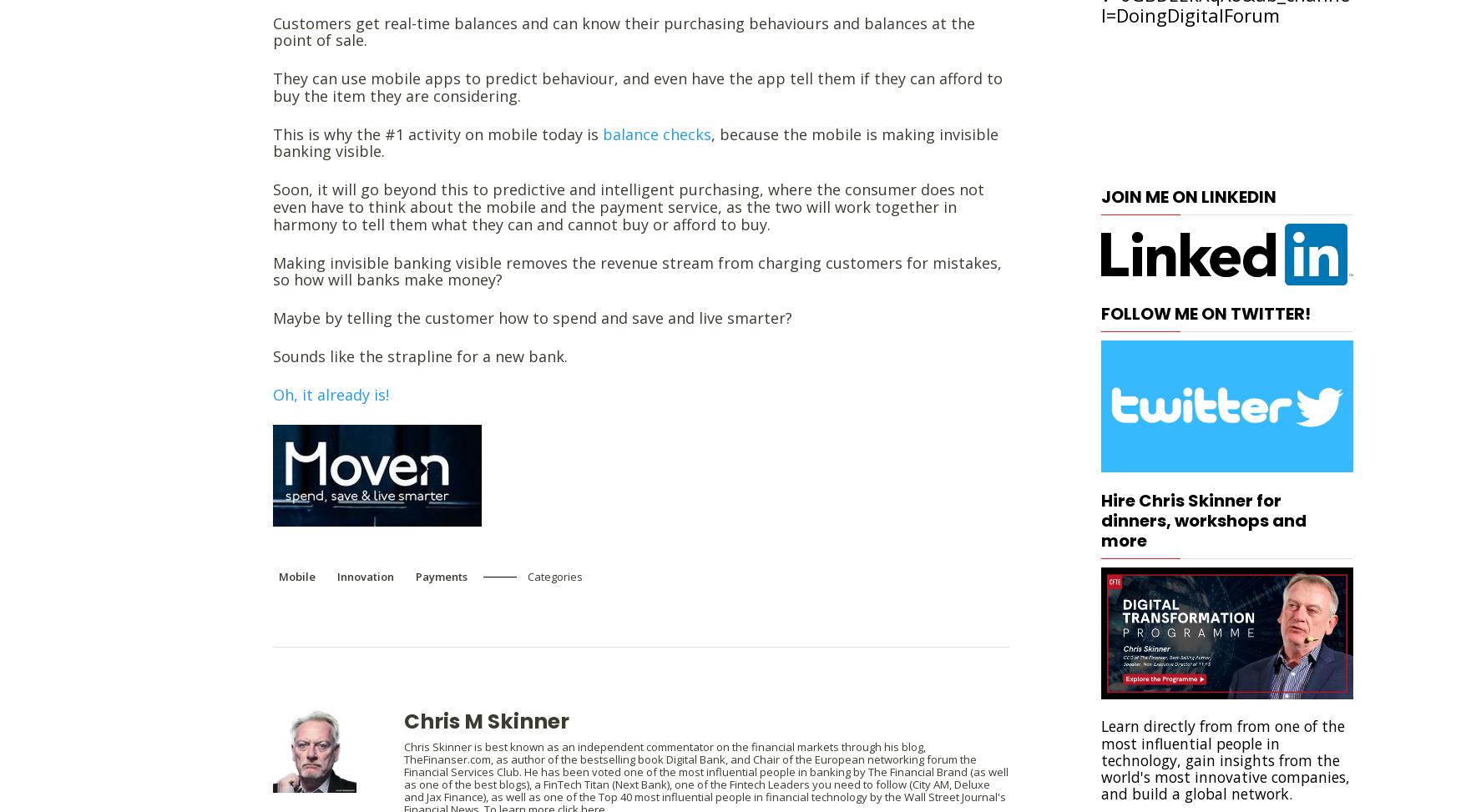 This screenshot has width=1461, height=812. What do you see at coordinates (637, 86) in the screenshot?
I see `'They can use mobile apps to predict behaviour, and even have the app tell them if they can afford to buy the item they are considering.'` at bounding box center [637, 86].